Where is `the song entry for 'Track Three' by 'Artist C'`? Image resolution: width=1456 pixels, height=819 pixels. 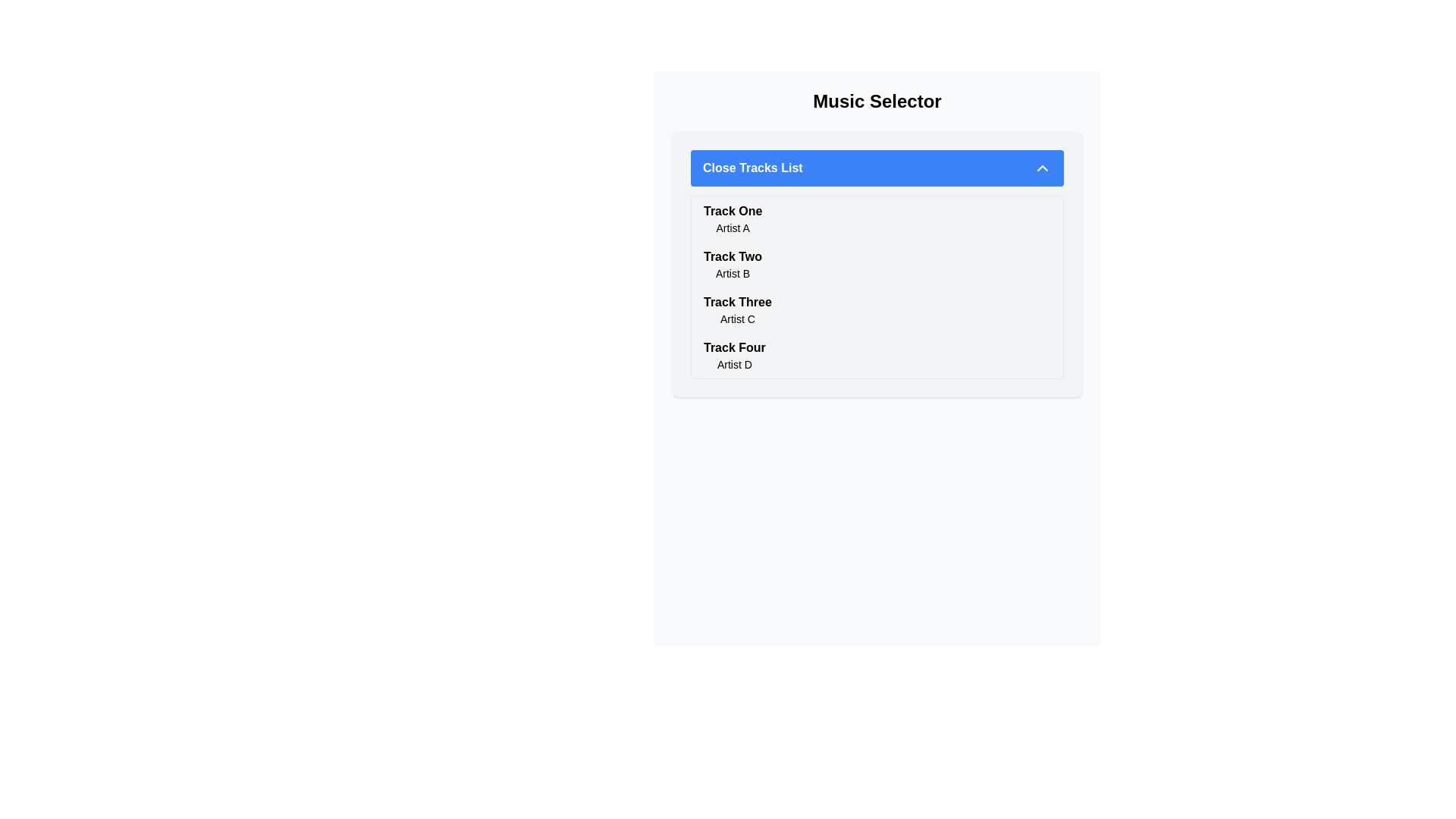 the song entry for 'Track Three' by 'Artist C' is located at coordinates (877, 309).